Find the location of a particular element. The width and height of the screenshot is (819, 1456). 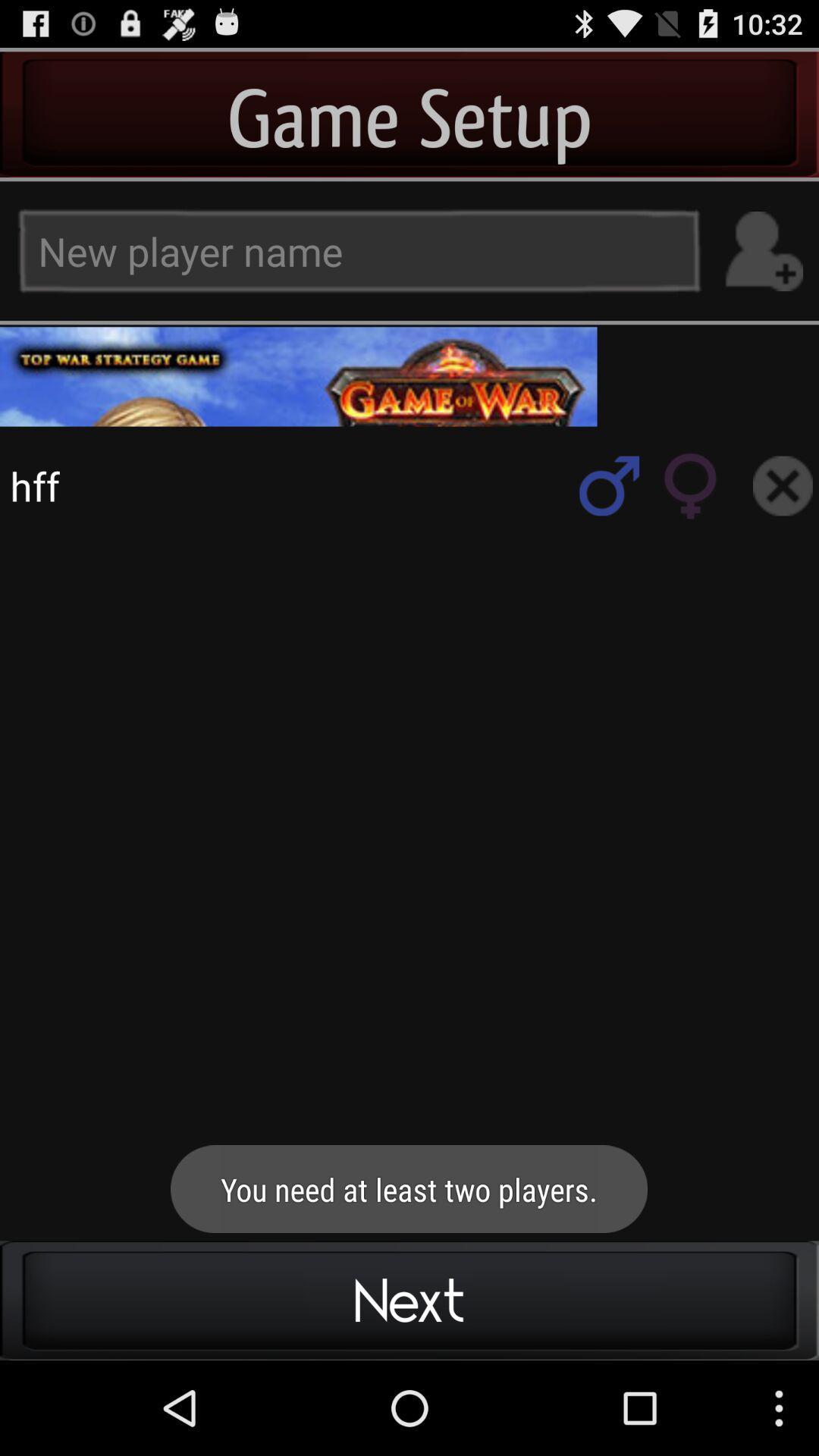

delete is located at coordinates (783, 485).